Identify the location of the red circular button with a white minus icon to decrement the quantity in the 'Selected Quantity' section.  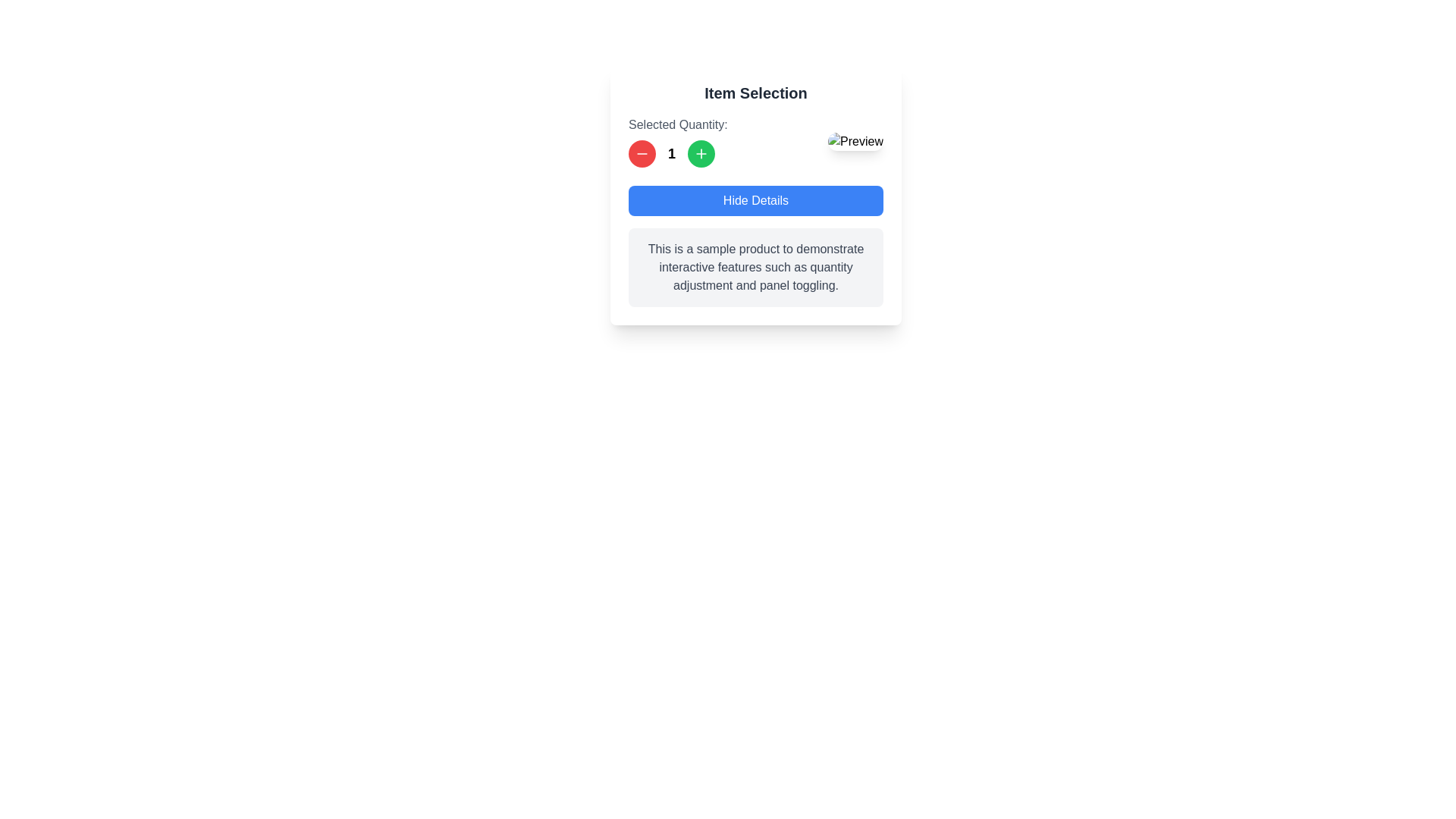
(642, 154).